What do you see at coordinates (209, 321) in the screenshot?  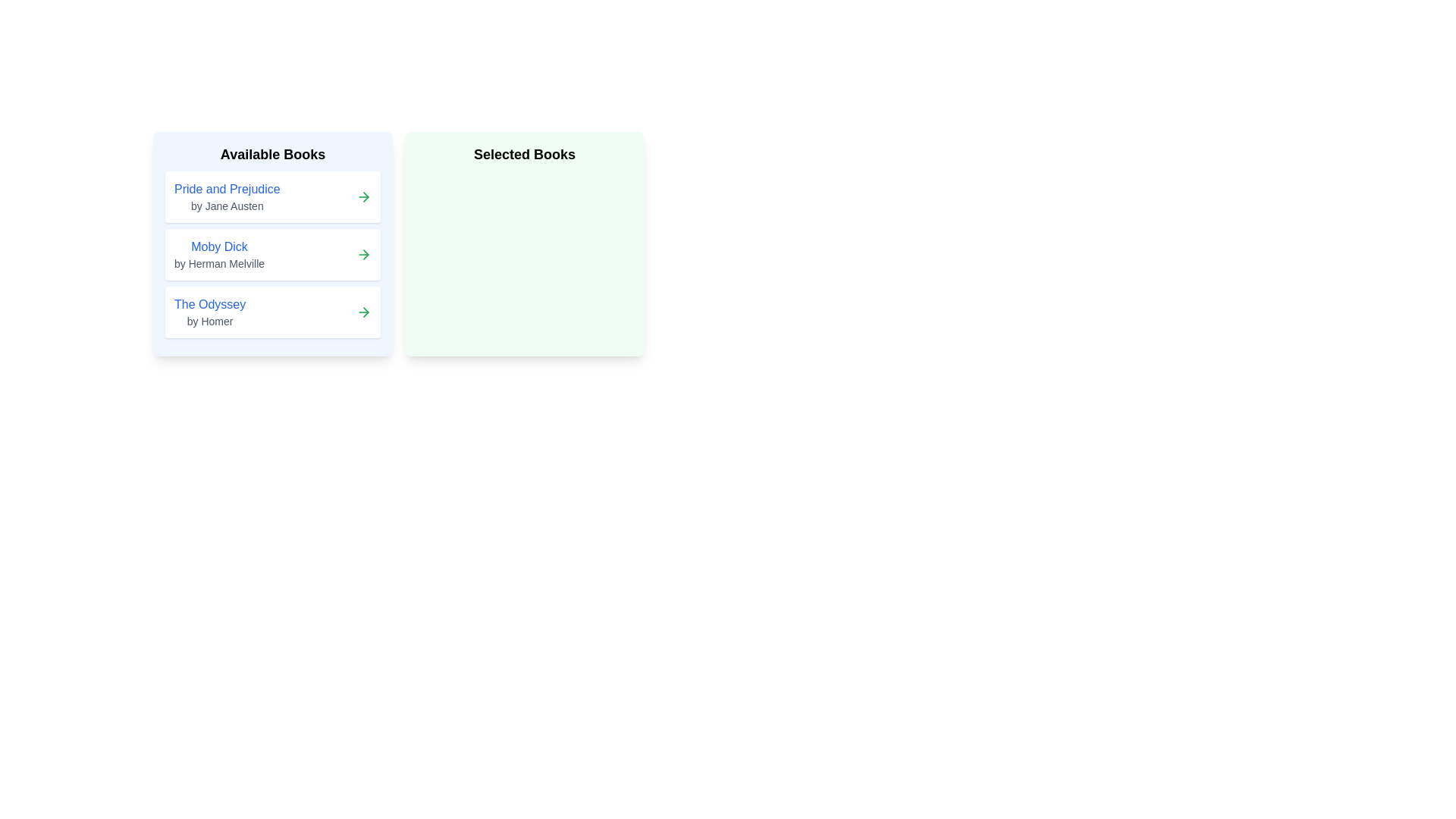 I see `author's name 'Homer' displayed as a text label below the title 'The Odyssey' in the 'Available Books' section` at bounding box center [209, 321].